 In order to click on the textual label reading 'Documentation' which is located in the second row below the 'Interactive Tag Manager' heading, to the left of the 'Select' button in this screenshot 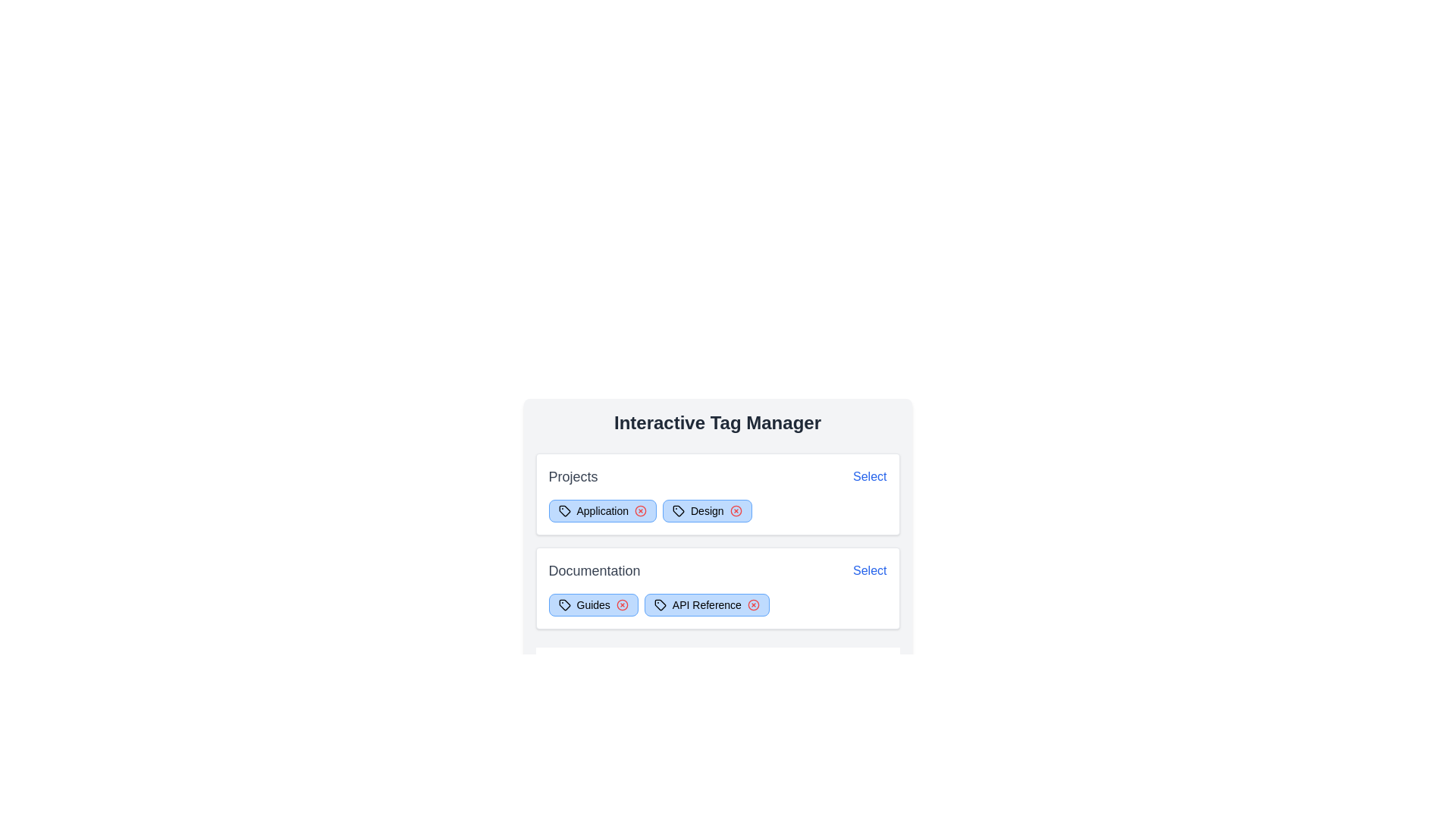, I will do `click(594, 570)`.